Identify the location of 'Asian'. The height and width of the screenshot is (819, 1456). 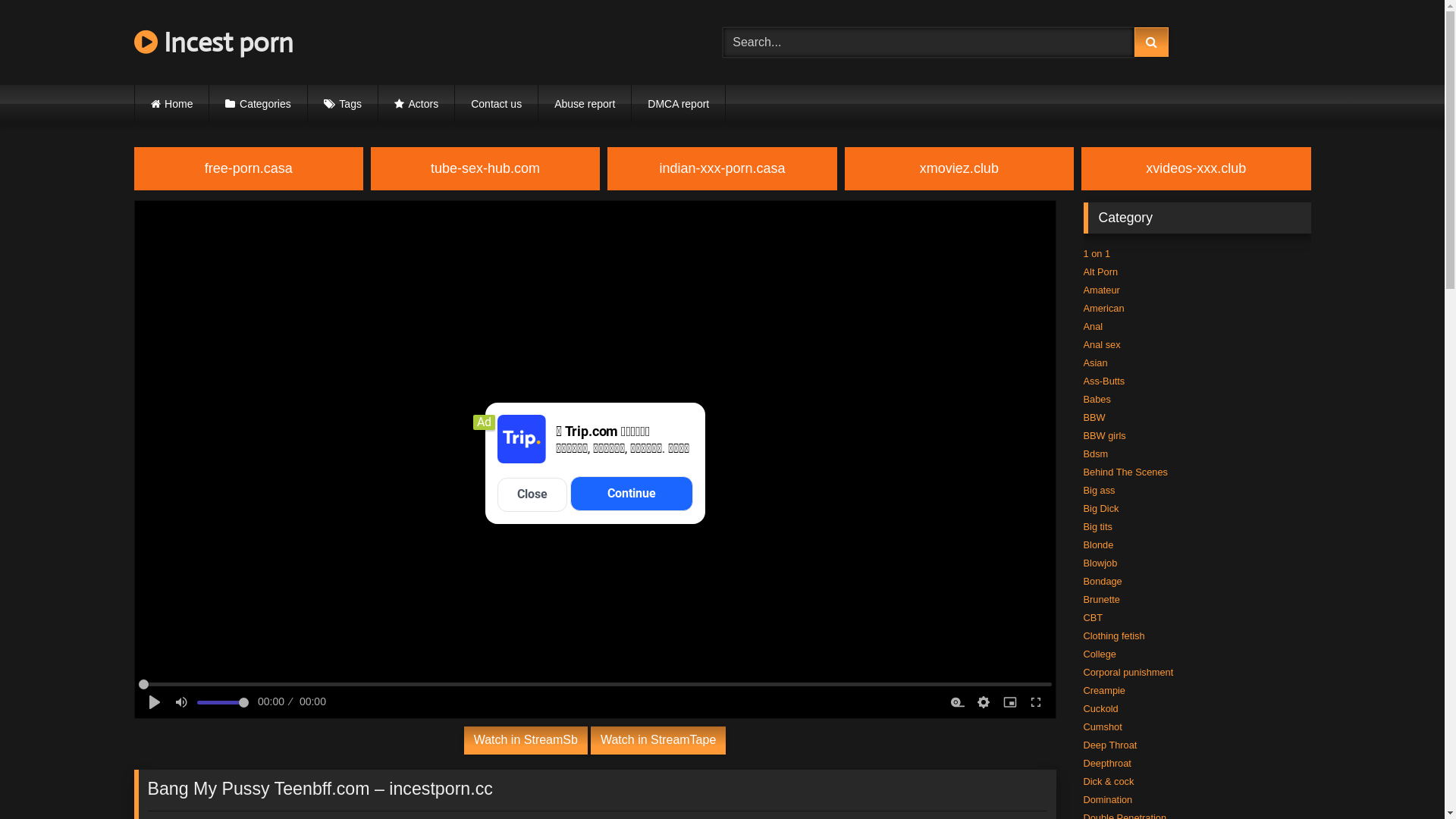
(1095, 362).